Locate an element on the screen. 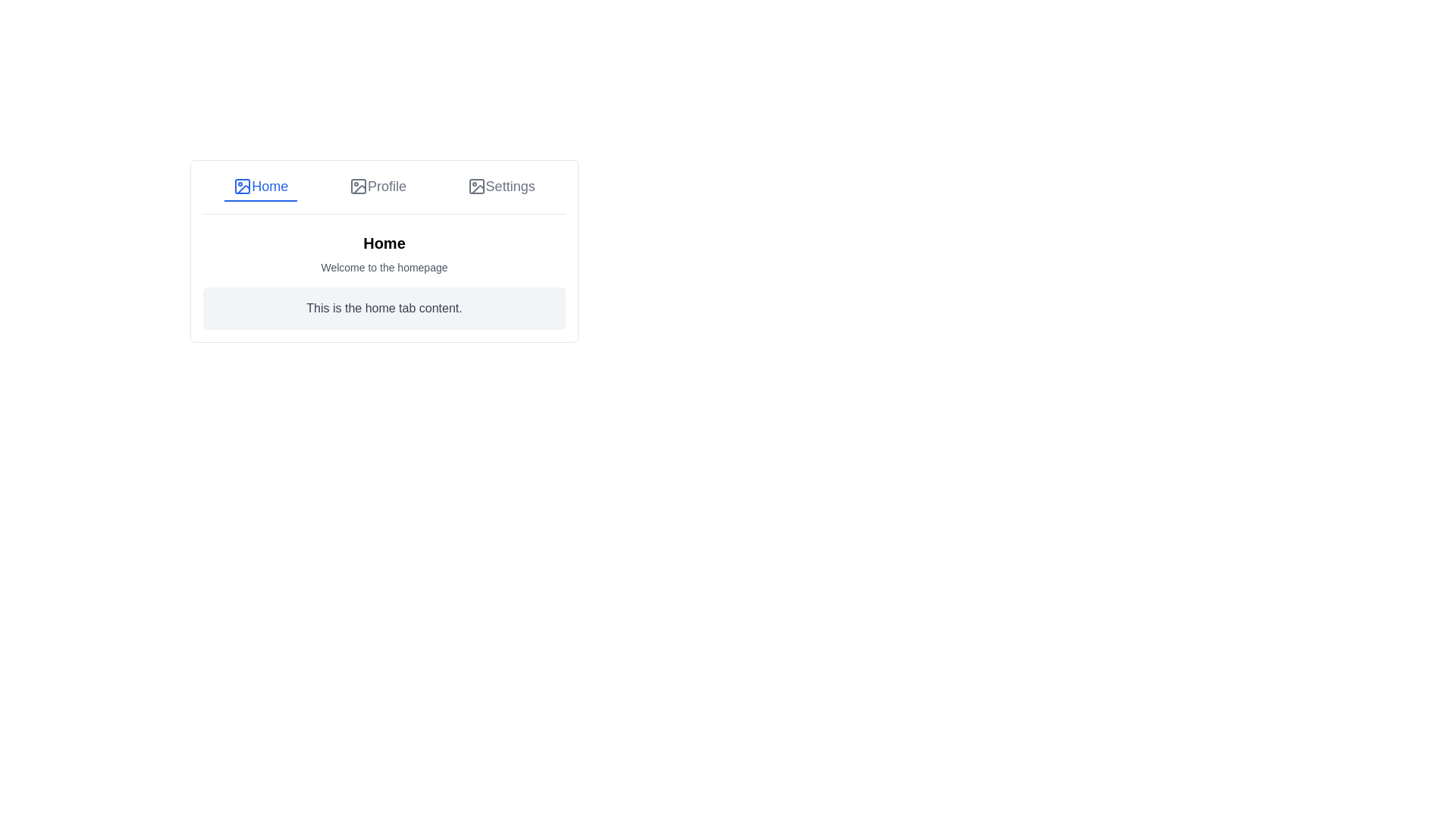 This screenshot has width=1456, height=819. the base rectangle shape of the 'Settings' tab icon located on the rightmost side of the tab bar is located at coordinates (475, 186).